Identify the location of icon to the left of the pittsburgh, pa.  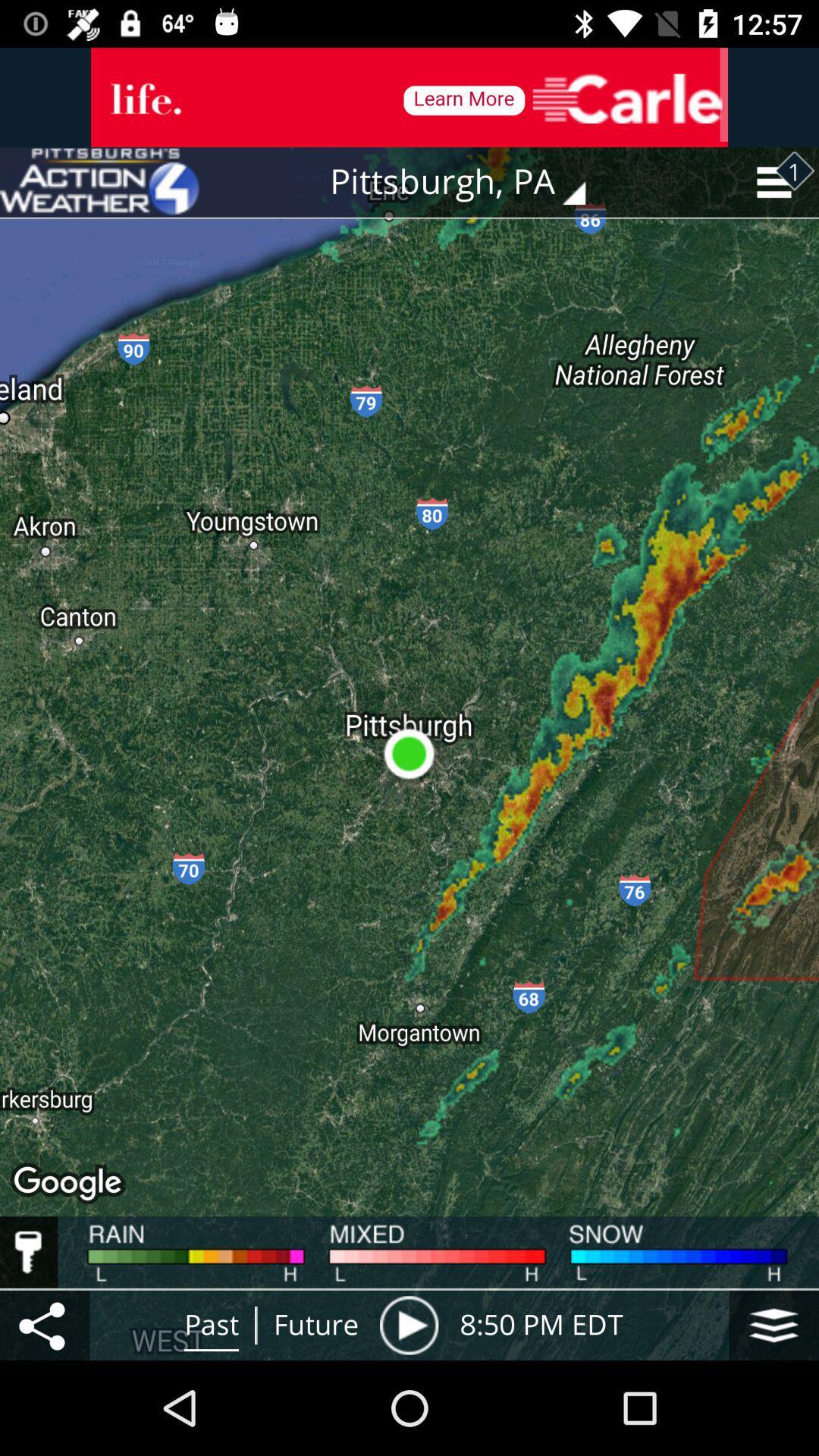
(99, 182).